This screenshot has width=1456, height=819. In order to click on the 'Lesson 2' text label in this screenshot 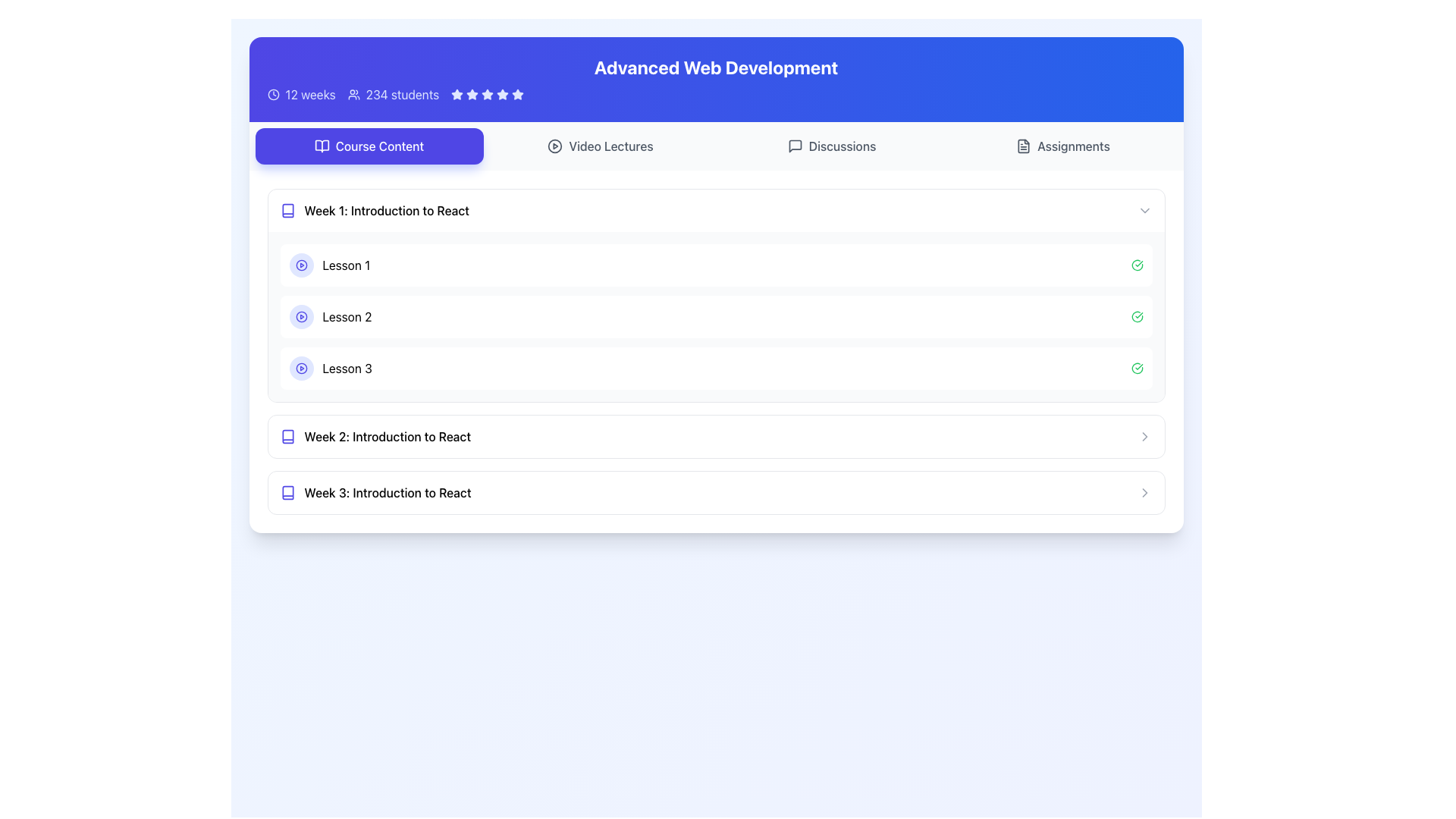, I will do `click(330, 315)`.